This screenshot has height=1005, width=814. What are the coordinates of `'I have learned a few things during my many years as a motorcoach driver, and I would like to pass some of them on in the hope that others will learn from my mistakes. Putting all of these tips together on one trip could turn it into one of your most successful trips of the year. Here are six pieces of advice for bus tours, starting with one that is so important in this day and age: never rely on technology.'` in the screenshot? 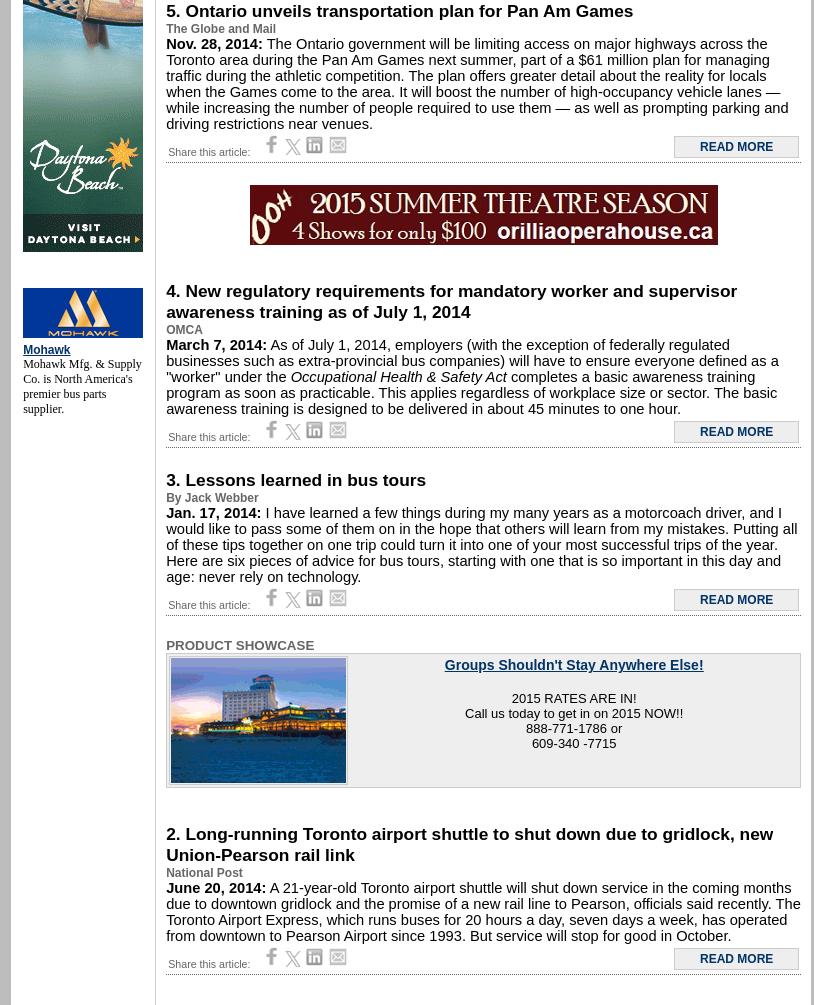 It's located at (480, 544).